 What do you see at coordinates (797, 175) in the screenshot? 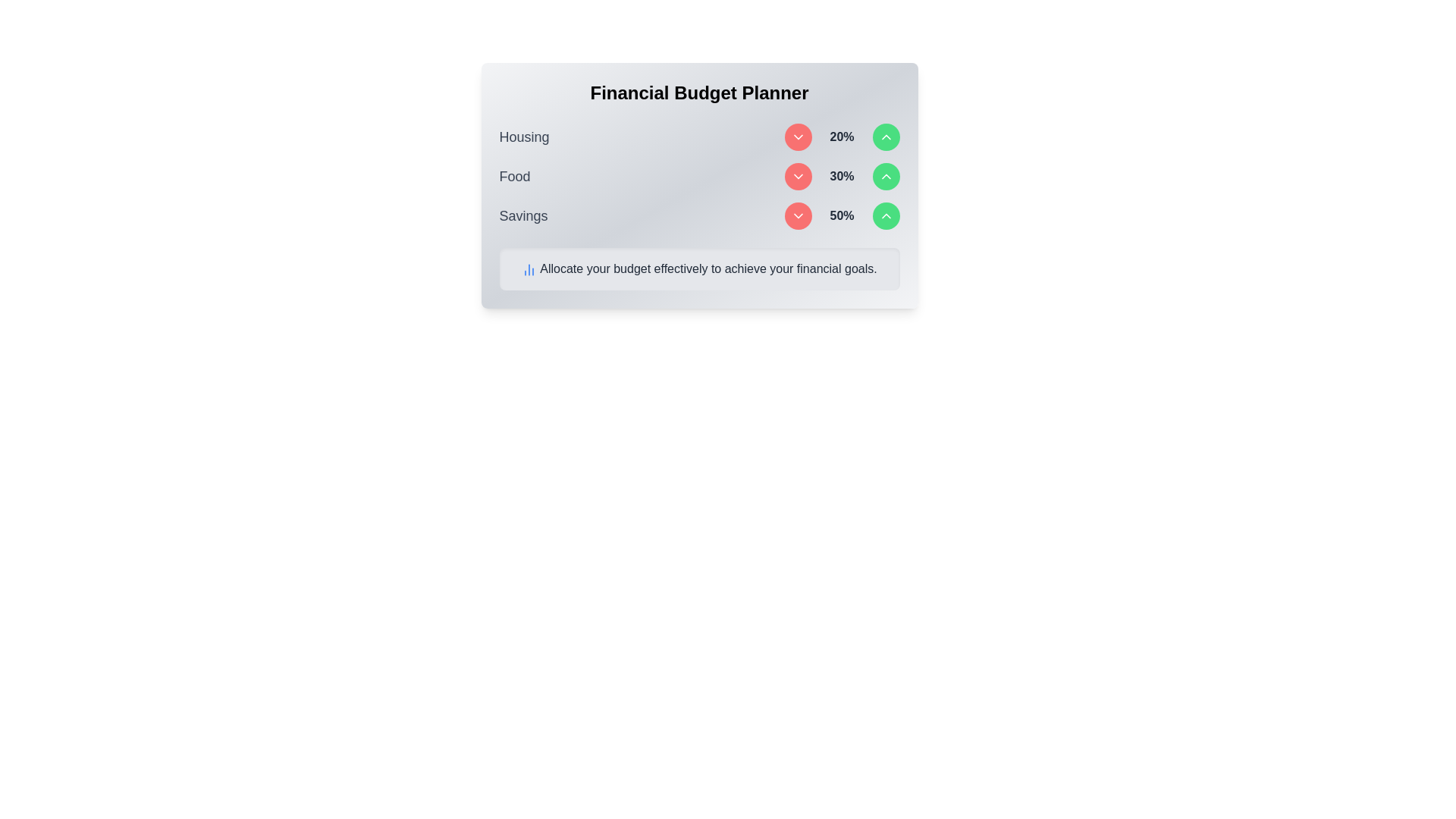
I see `the chevron icon next to the 'Food' budget category` at bounding box center [797, 175].